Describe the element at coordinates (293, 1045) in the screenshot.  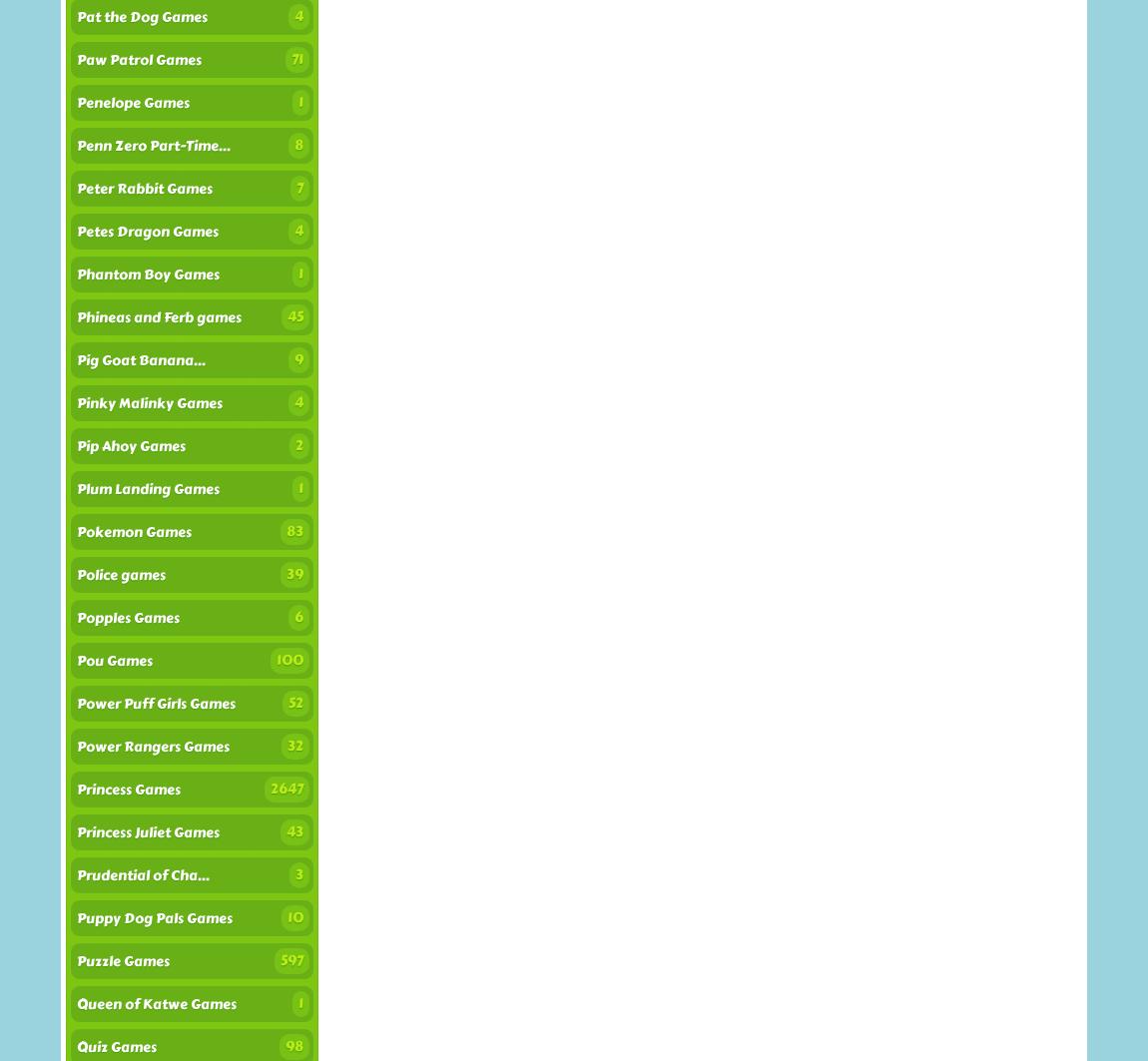
I see `'98'` at that location.